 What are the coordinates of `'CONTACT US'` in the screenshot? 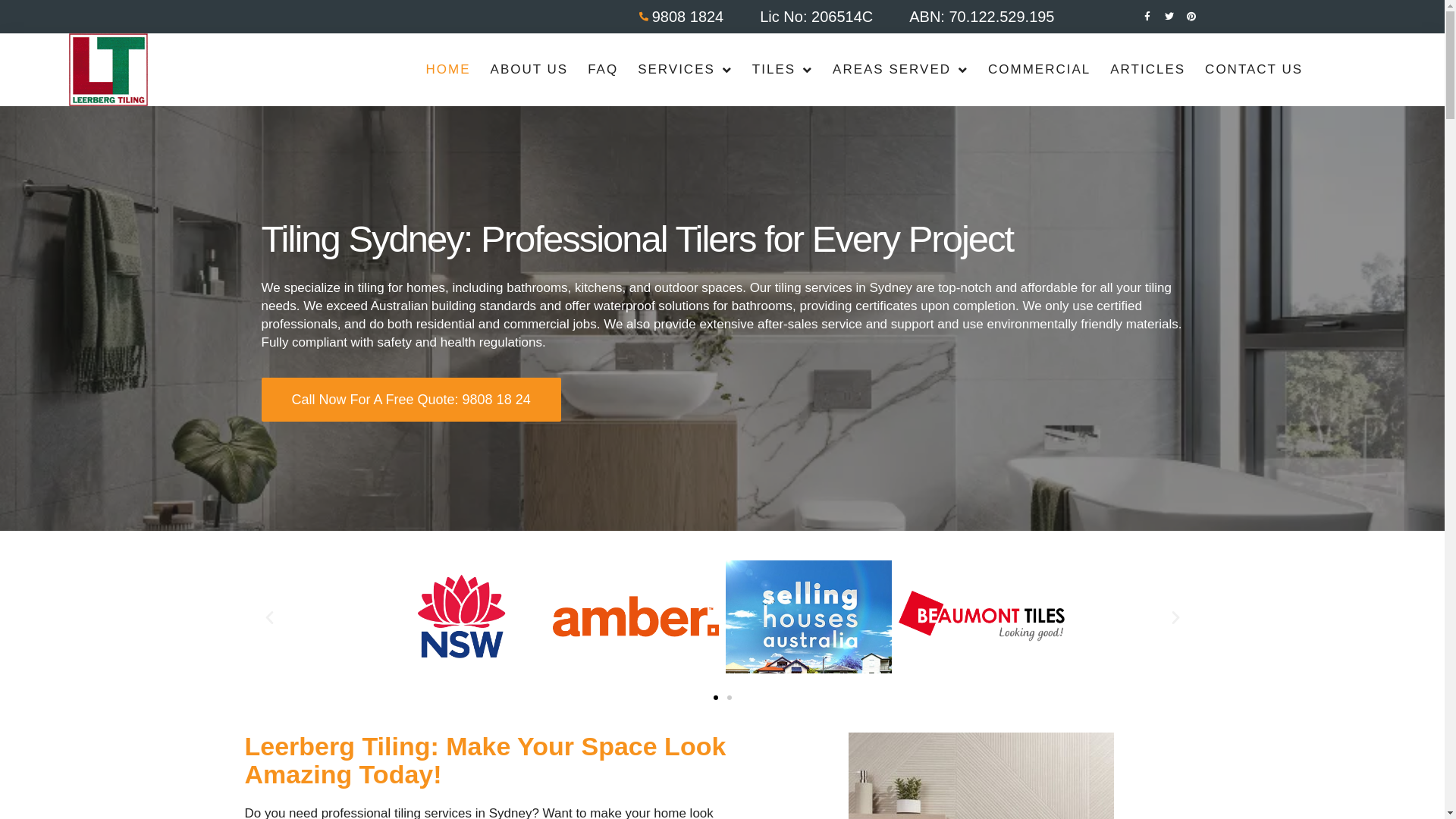 It's located at (1254, 70).